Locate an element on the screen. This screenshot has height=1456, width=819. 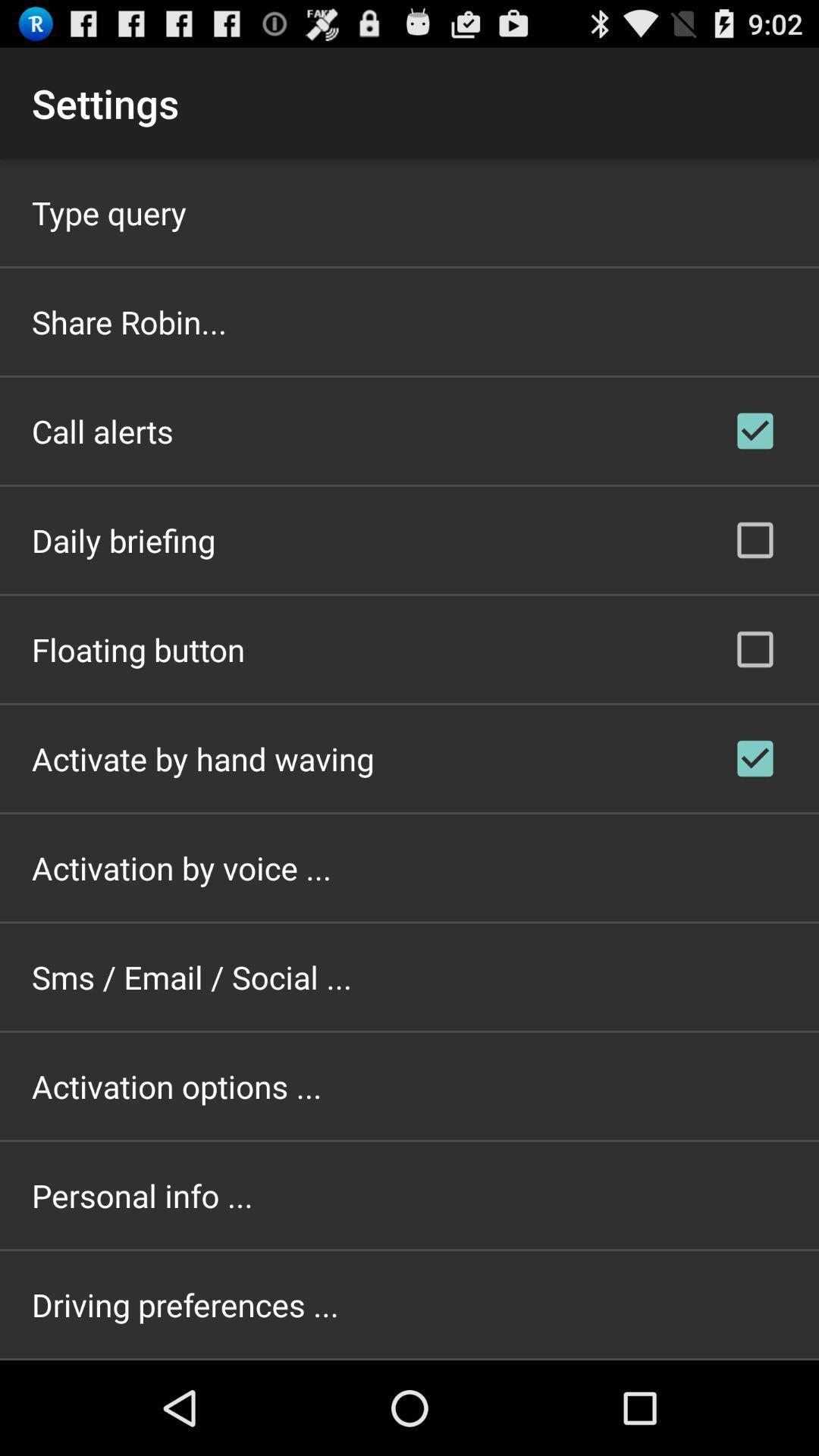
the icon above daily briefing icon is located at coordinates (102, 430).